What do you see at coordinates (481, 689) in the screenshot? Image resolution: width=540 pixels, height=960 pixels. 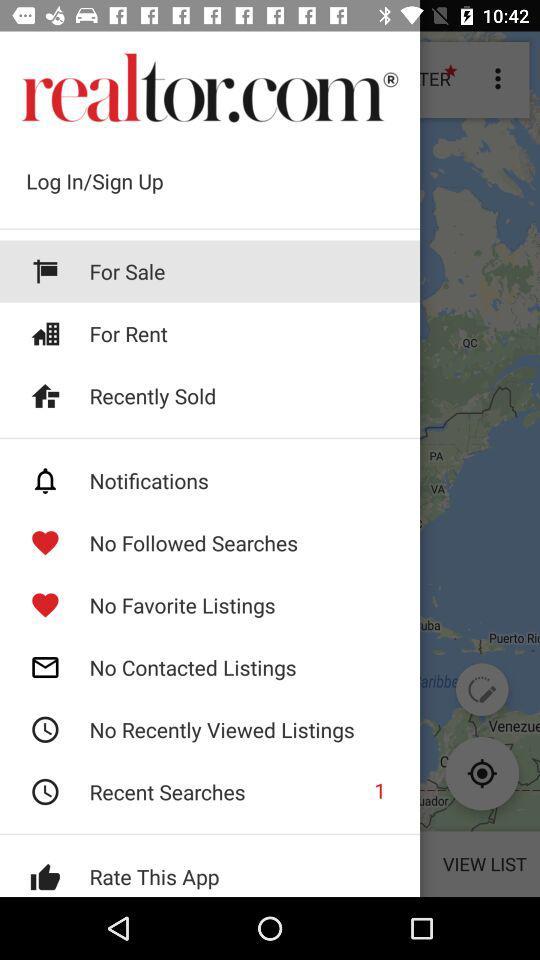 I see `the edit icon` at bounding box center [481, 689].